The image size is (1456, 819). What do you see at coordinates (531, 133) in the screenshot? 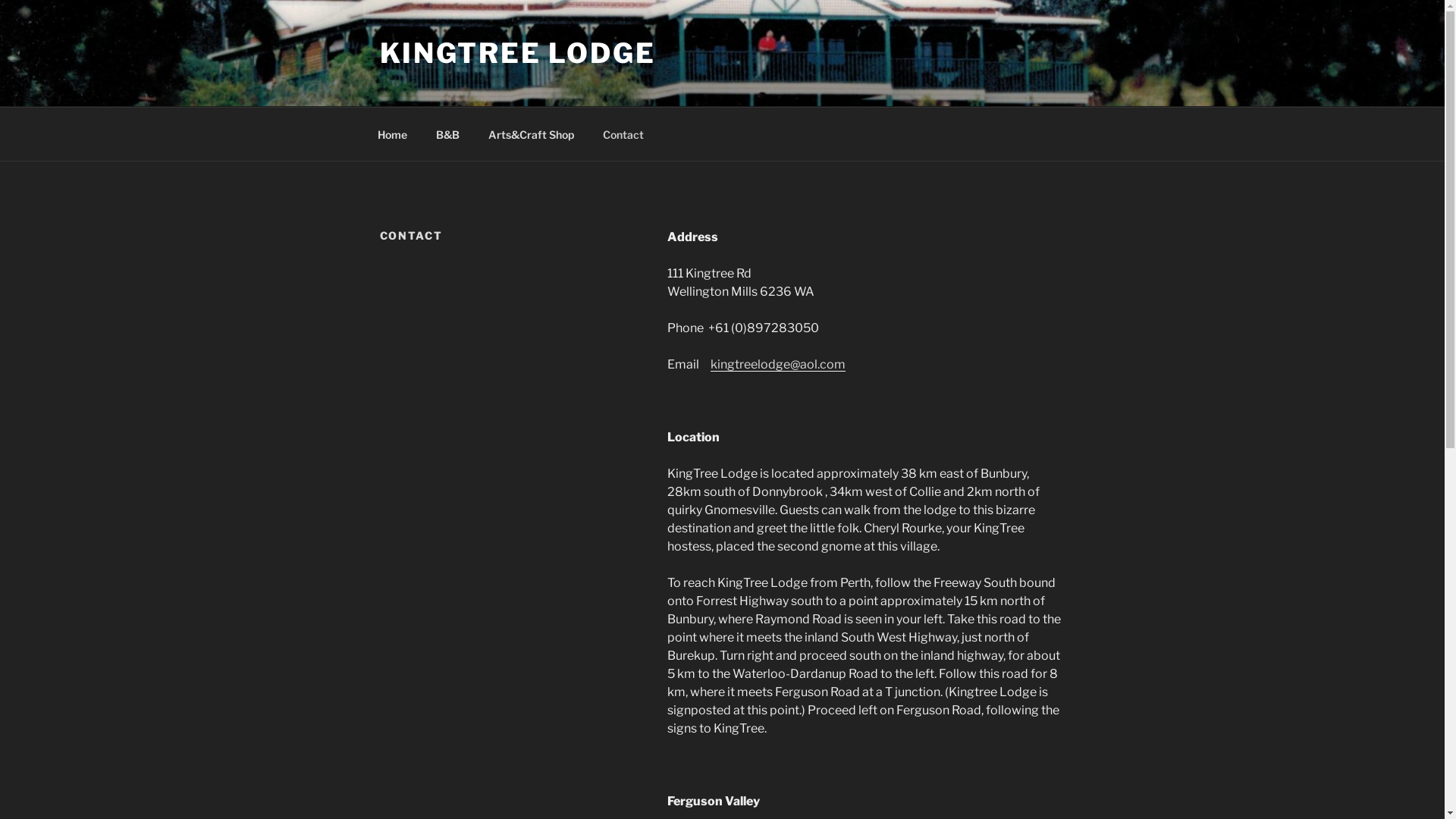
I see `'Arts&Craft Shop'` at bounding box center [531, 133].